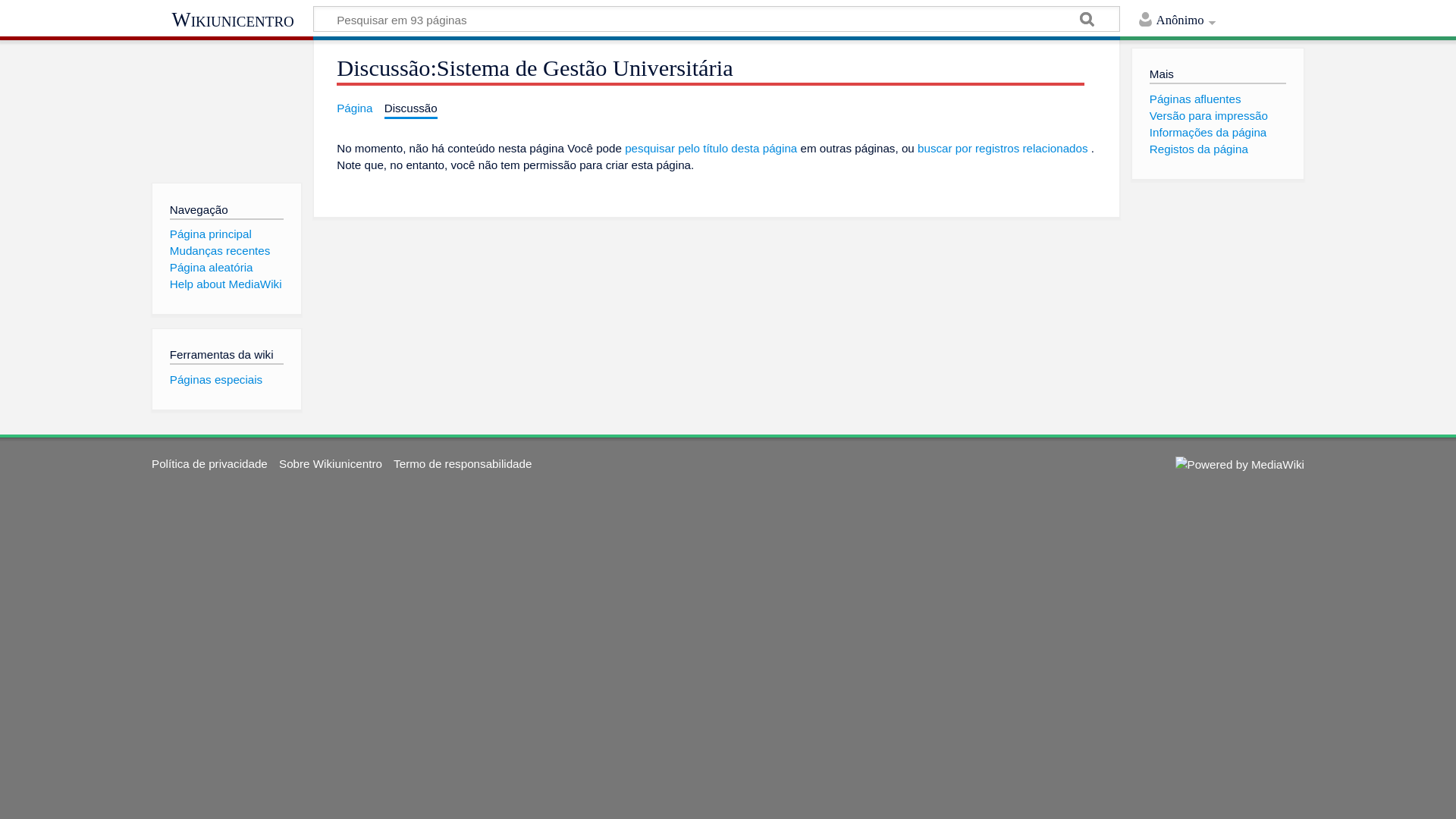 The height and width of the screenshot is (819, 1456). What do you see at coordinates (1087, 20) in the screenshot?
I see `'Pesquisar'` at bounding box center [1087, 20].